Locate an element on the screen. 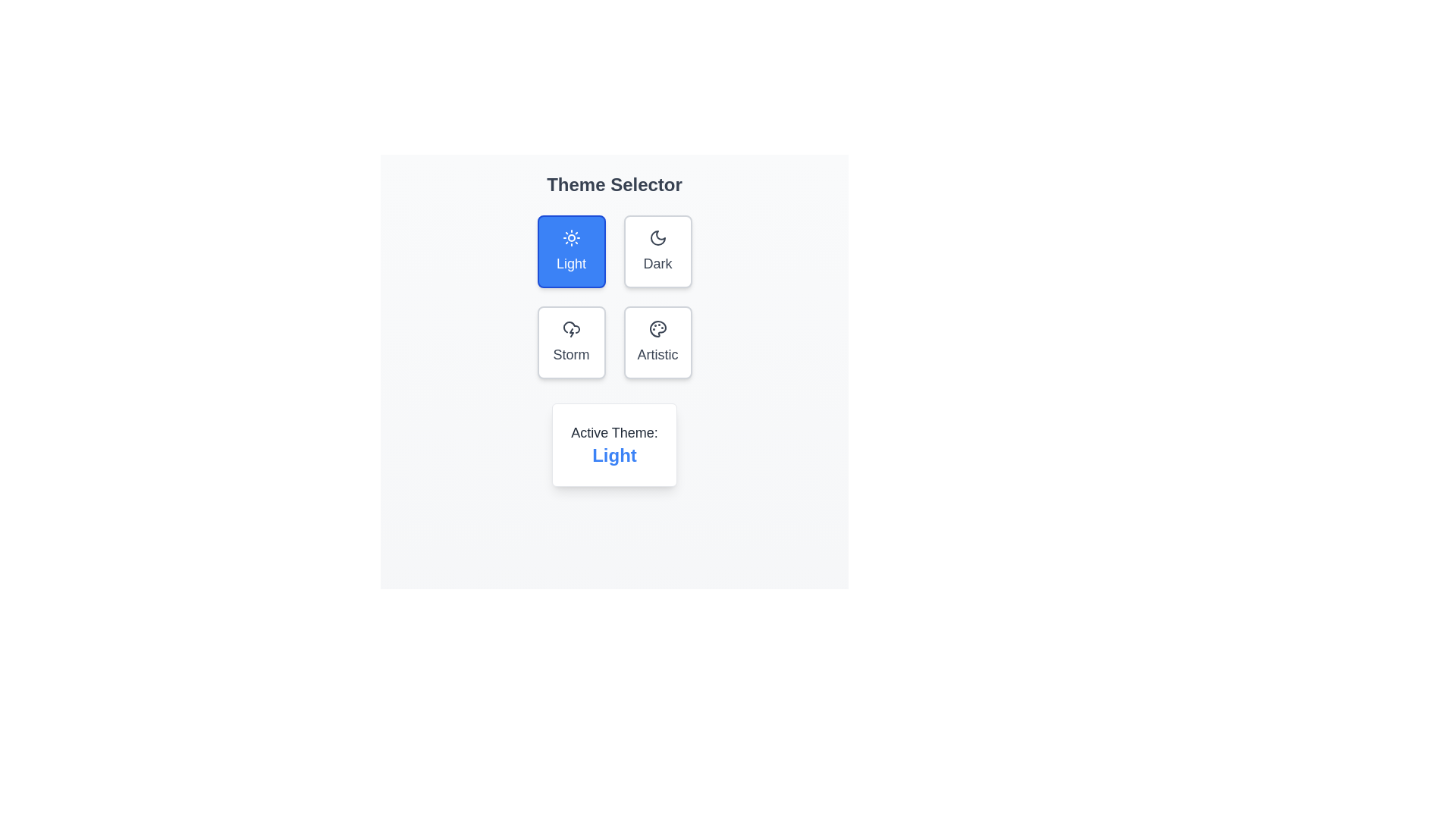 The image size is (1456, 819). the button corresponding to the theme Artistic is located at coordinates (657, 342).